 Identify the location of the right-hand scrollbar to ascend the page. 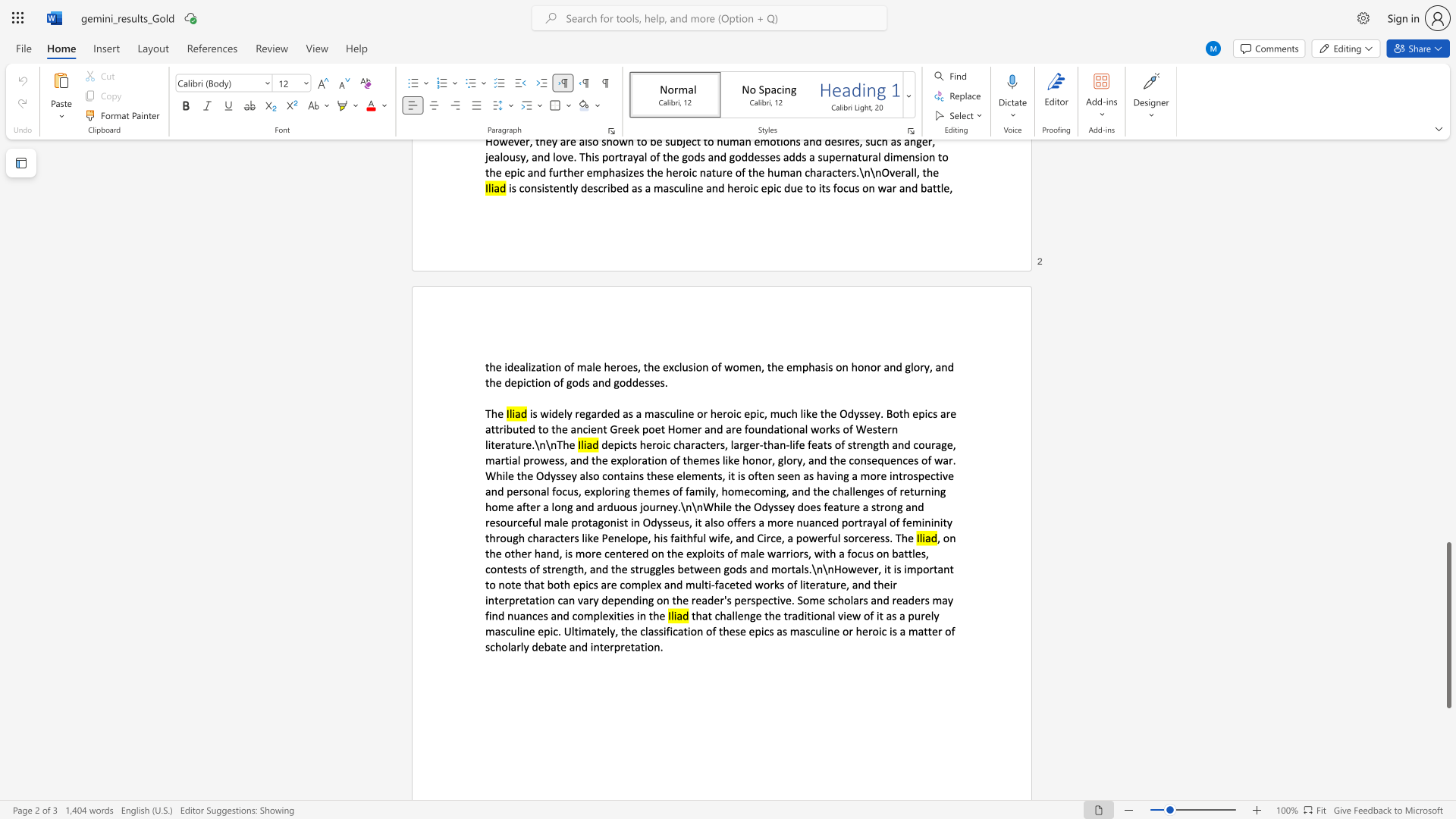
(1448, 205).